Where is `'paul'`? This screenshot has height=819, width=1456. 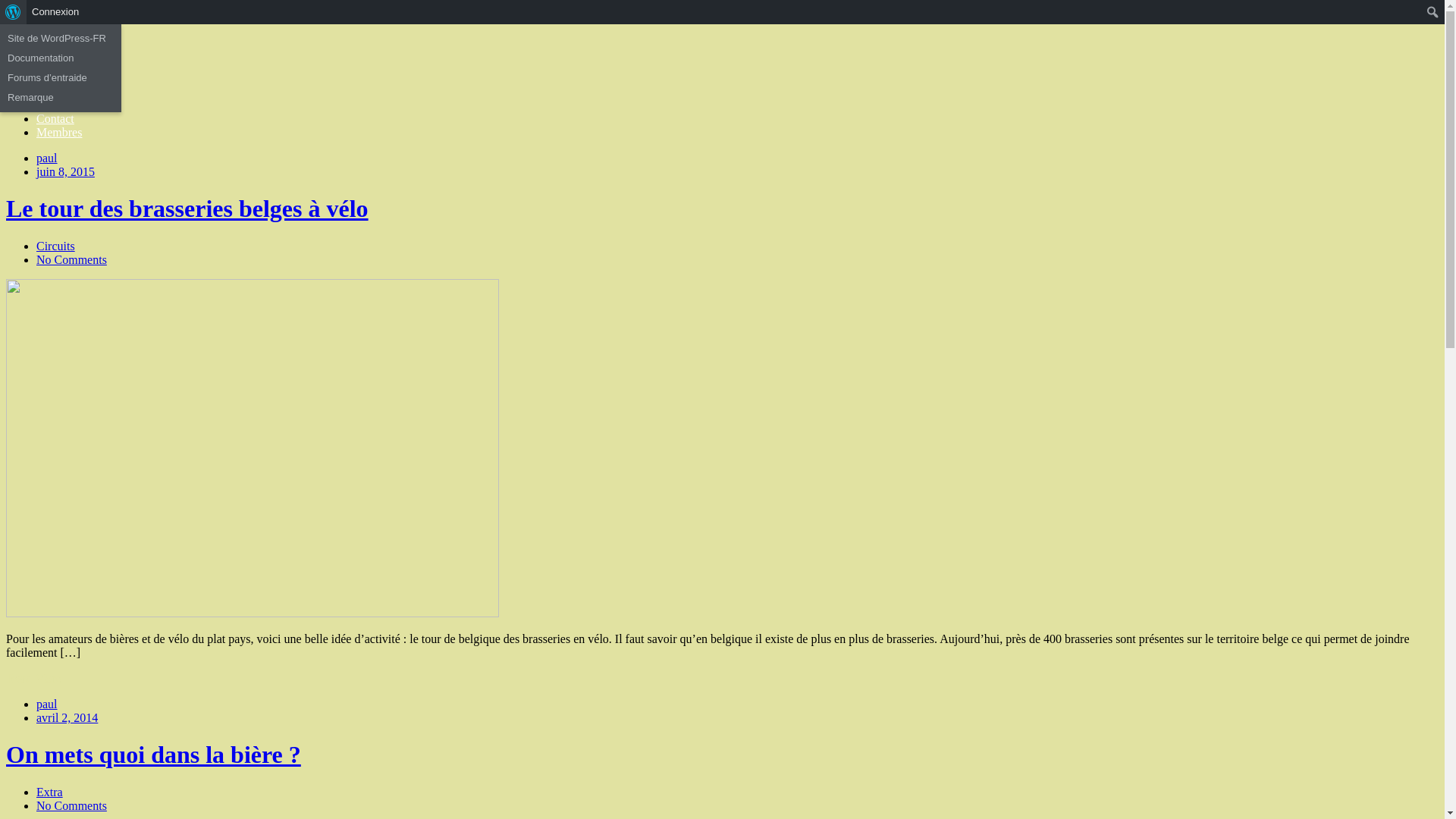 'paul' is located at coordinates (47, 704).